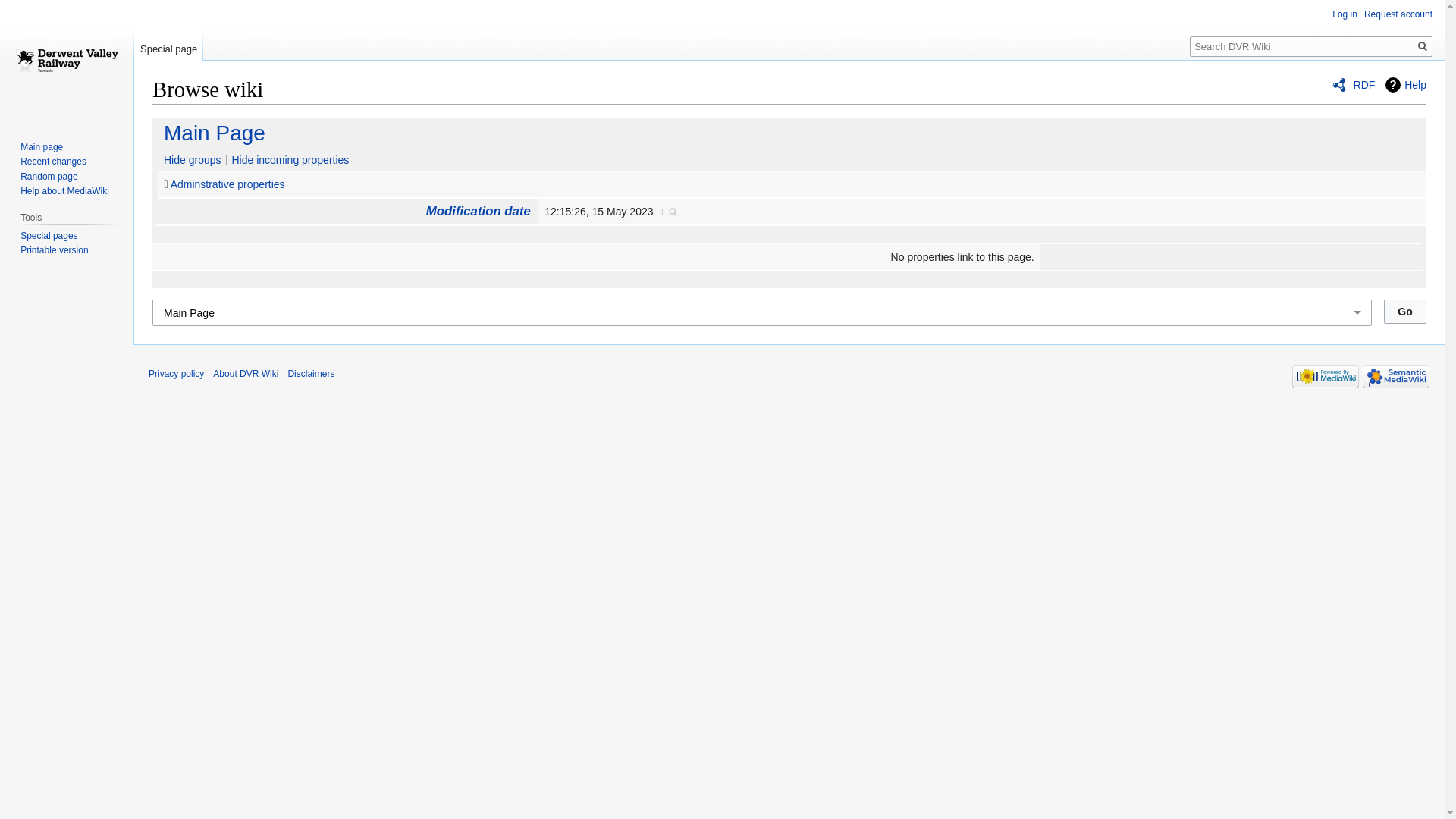 The height and width of the screenshot is (819, 1456). What do you see at coordinates (1404, 84) in the screenshot?
I see `'Help'` at bounding box center [1404, 84].